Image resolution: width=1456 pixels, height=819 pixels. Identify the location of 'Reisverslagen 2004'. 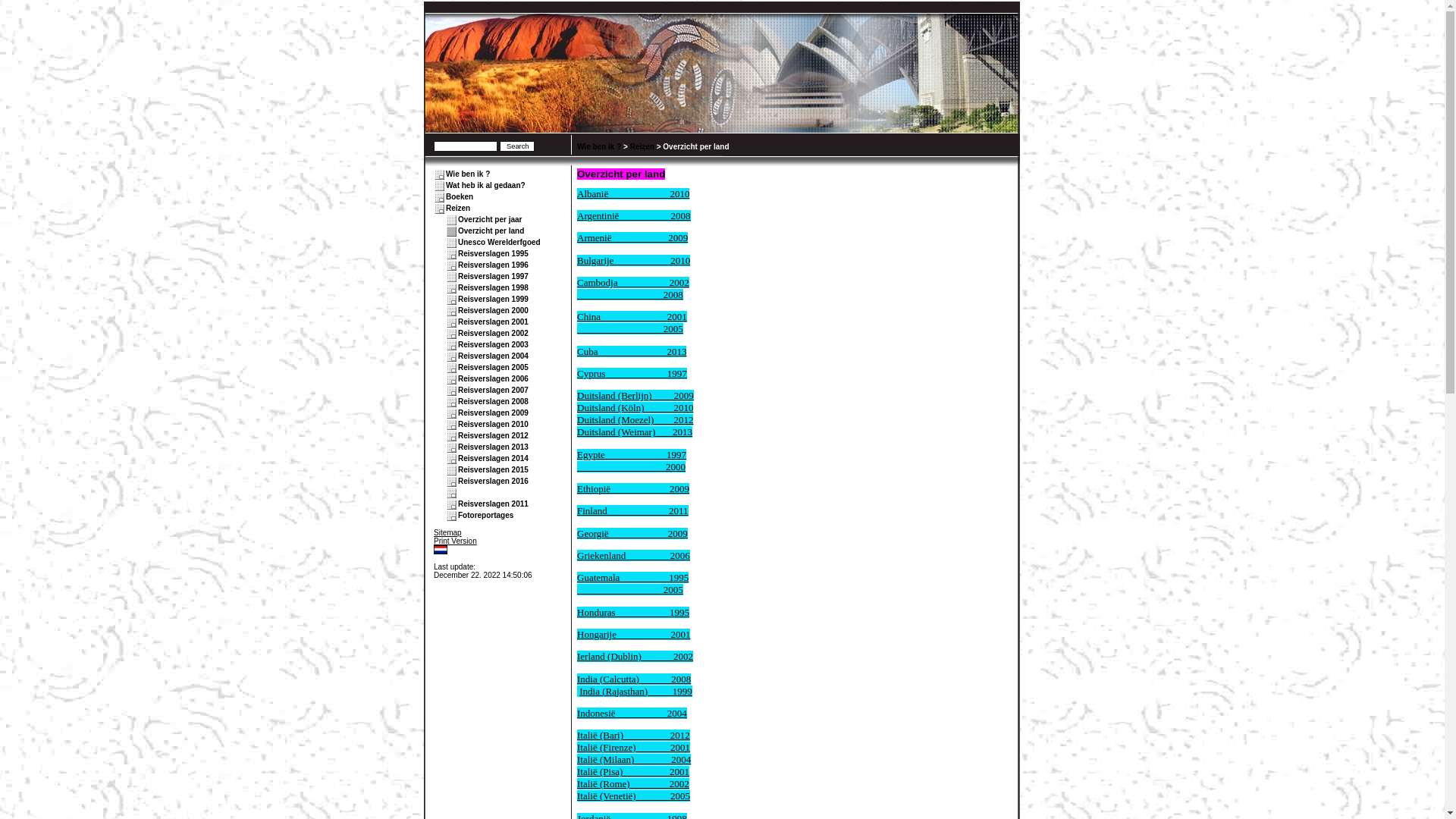
(493, 356).